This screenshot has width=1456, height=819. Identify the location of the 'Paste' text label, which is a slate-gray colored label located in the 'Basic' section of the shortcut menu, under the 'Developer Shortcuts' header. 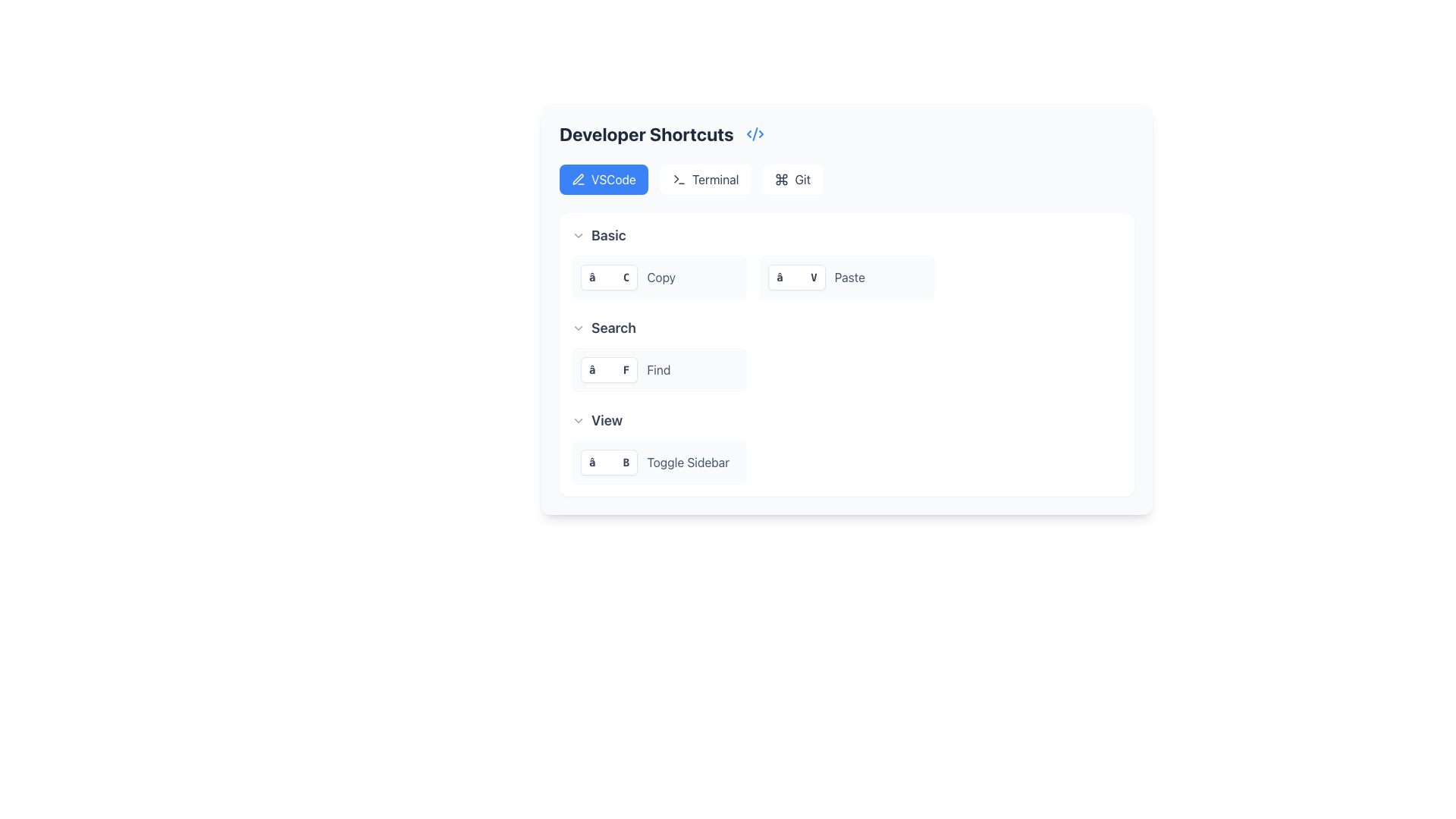
(849, 278).